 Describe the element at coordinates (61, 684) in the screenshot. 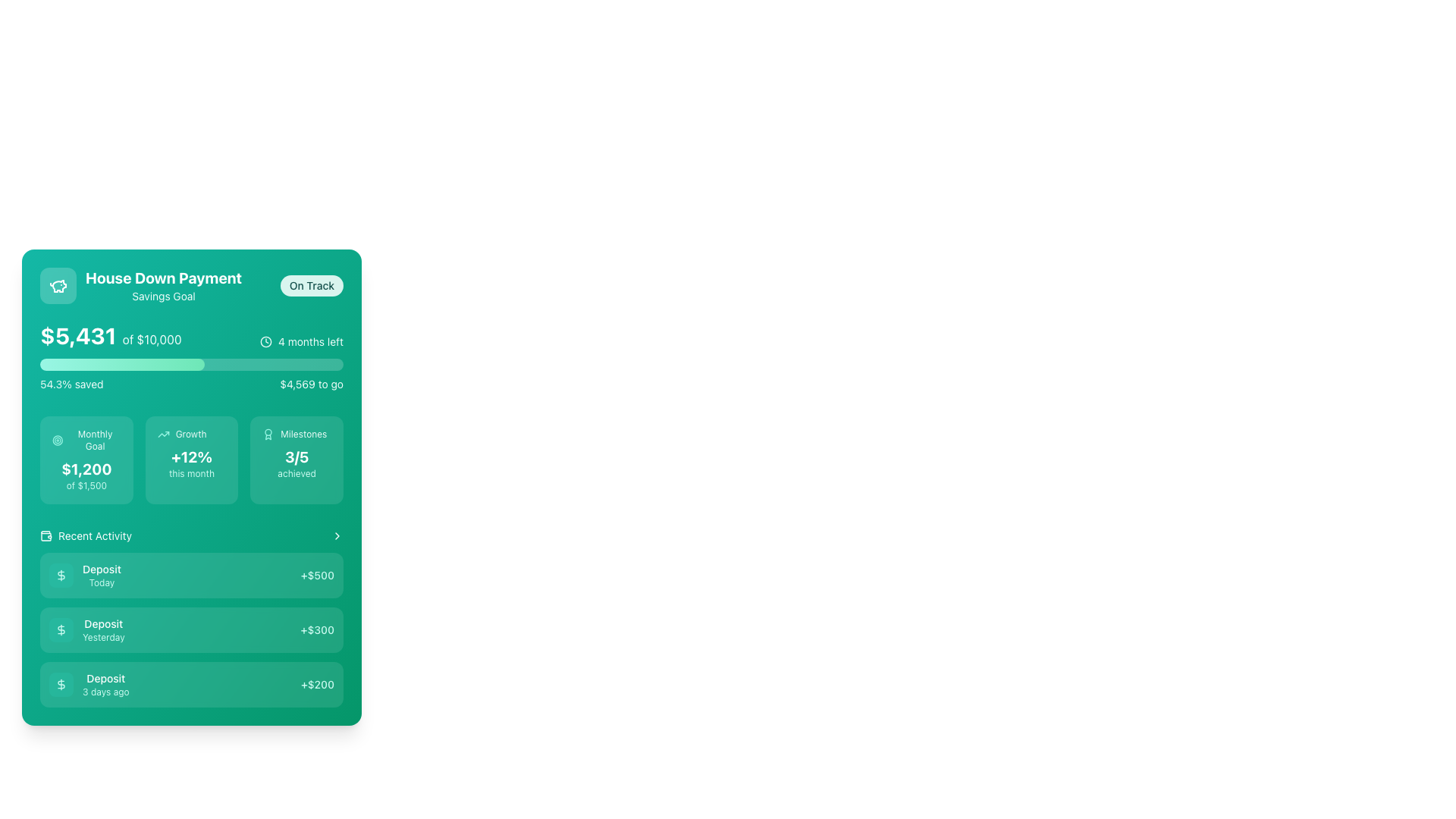

I see `the dollar sign icon located in the 'Recent Activity' section next to 'Deposit Today'` at that location.